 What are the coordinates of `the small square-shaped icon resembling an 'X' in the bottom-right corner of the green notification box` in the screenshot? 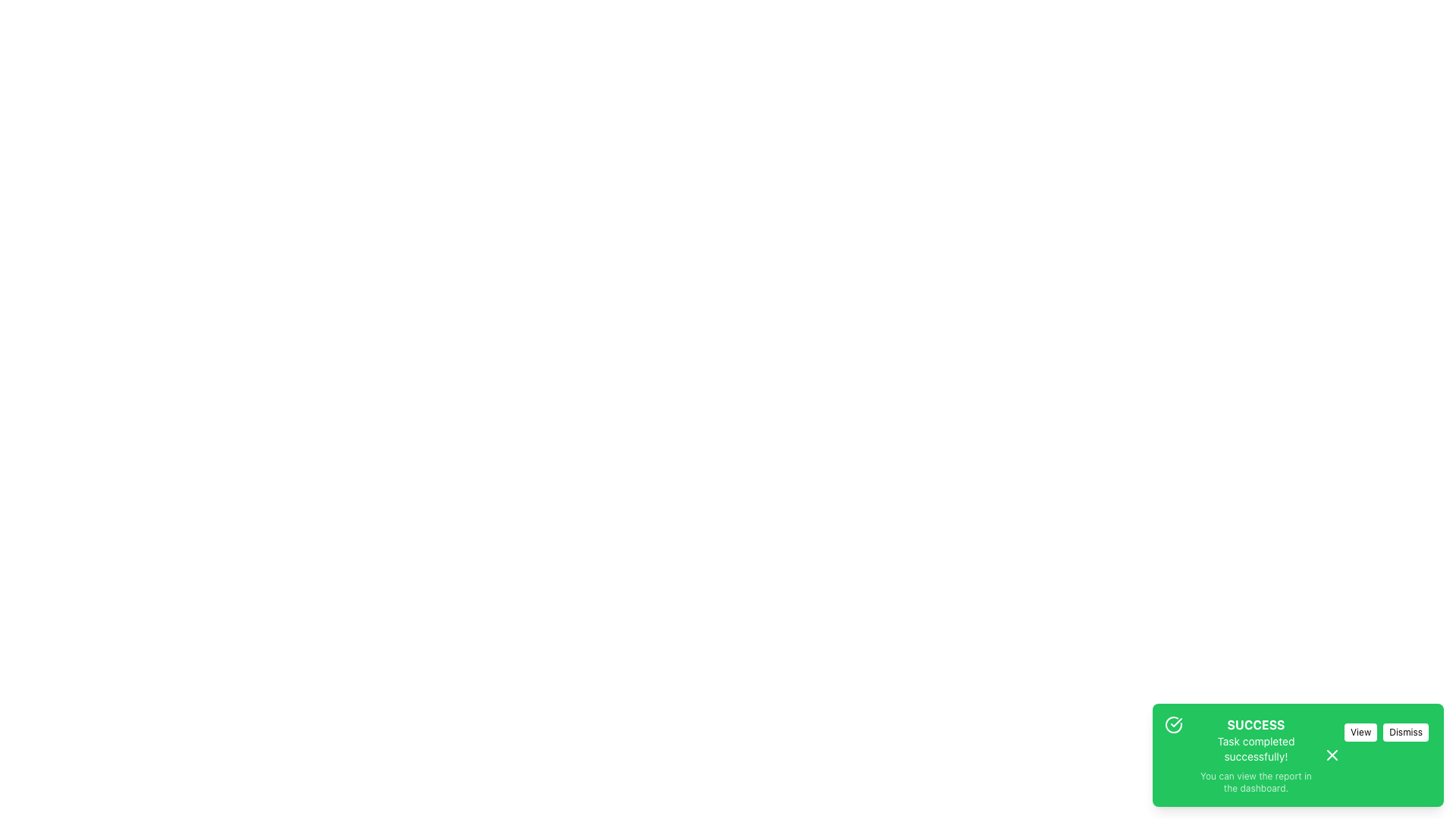 It's located at (1331, 755).